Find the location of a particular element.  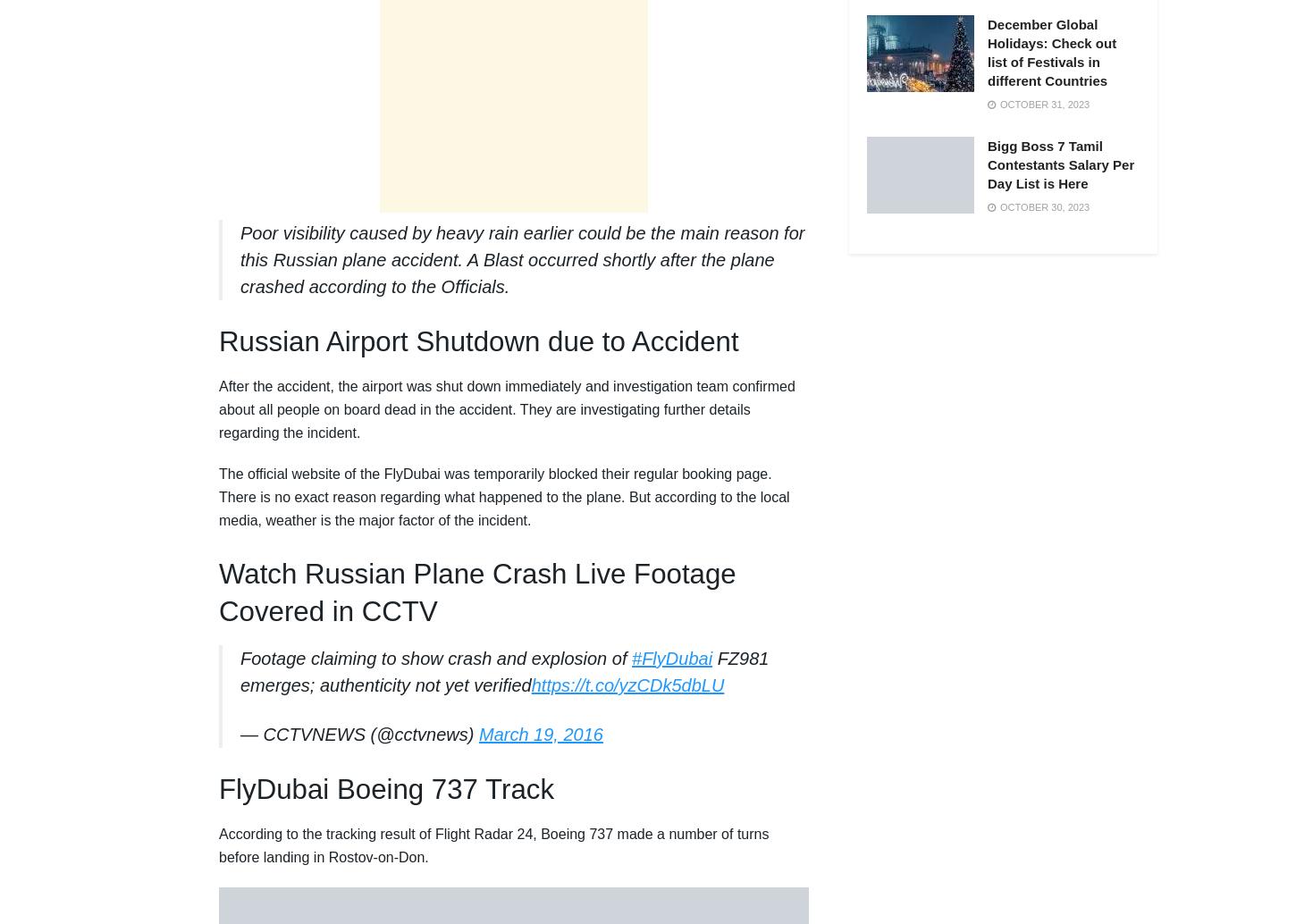

'Poor visibility caused by heavy rain earlier could be the main reason for this Russian plane accident. A Blast occurred shortly after the plane crashed according to the Officials.' is located at coordinates (522, 258).